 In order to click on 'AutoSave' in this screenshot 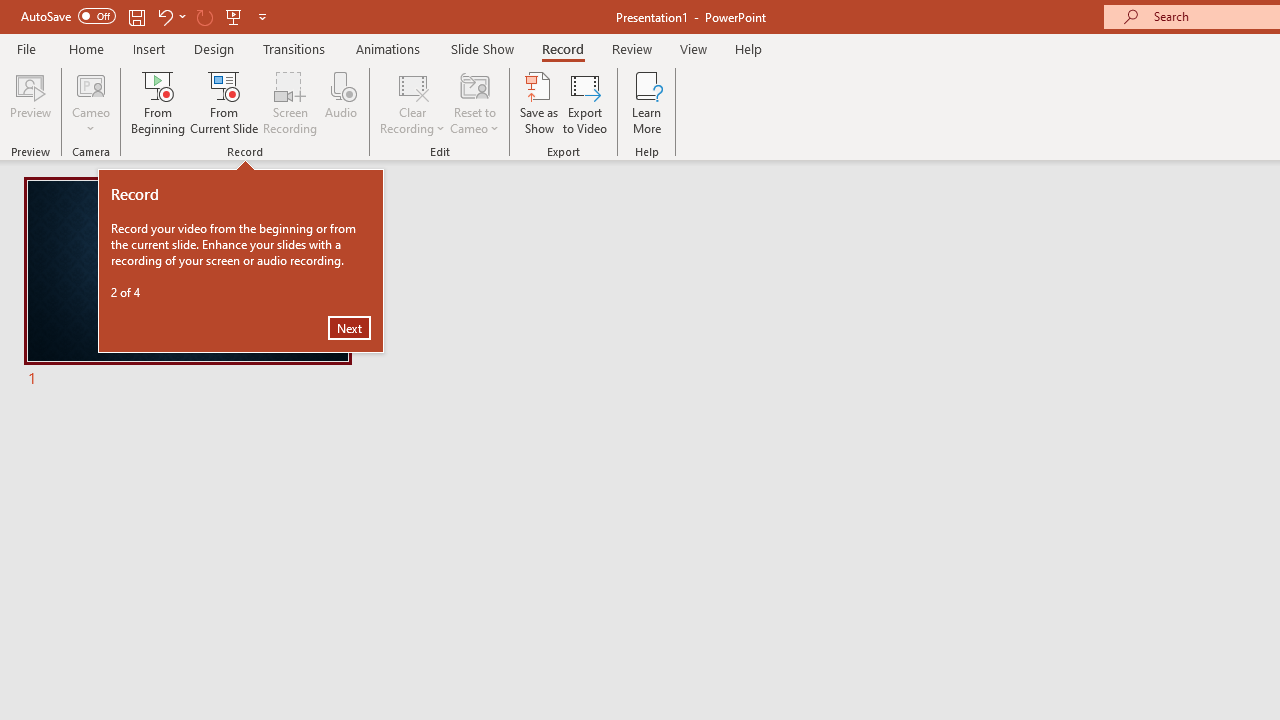, I will do `click(68, 16)`.